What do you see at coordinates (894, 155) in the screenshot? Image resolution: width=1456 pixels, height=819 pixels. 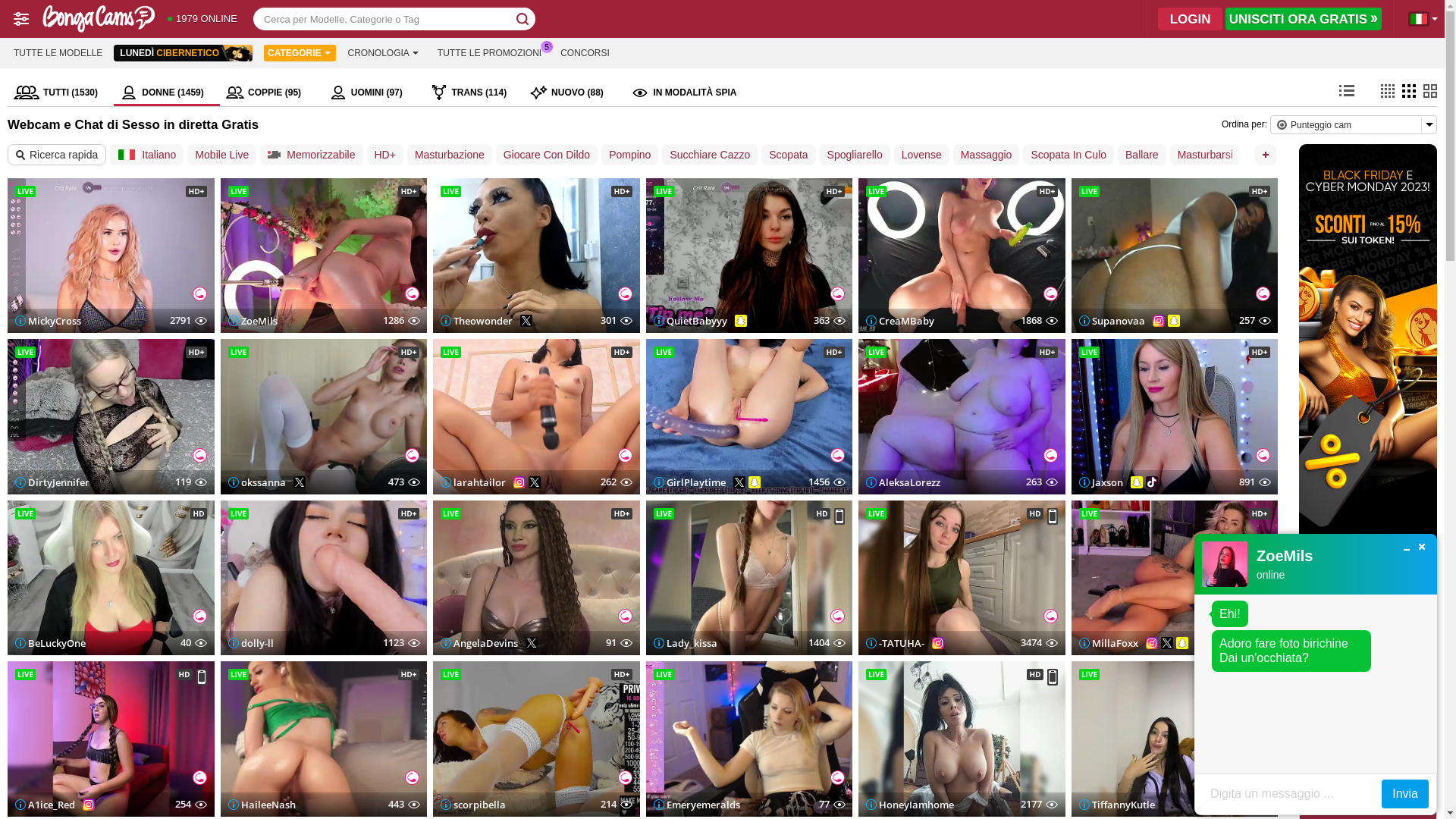 I see `'Lovense'` at bounding box center [894, 155].